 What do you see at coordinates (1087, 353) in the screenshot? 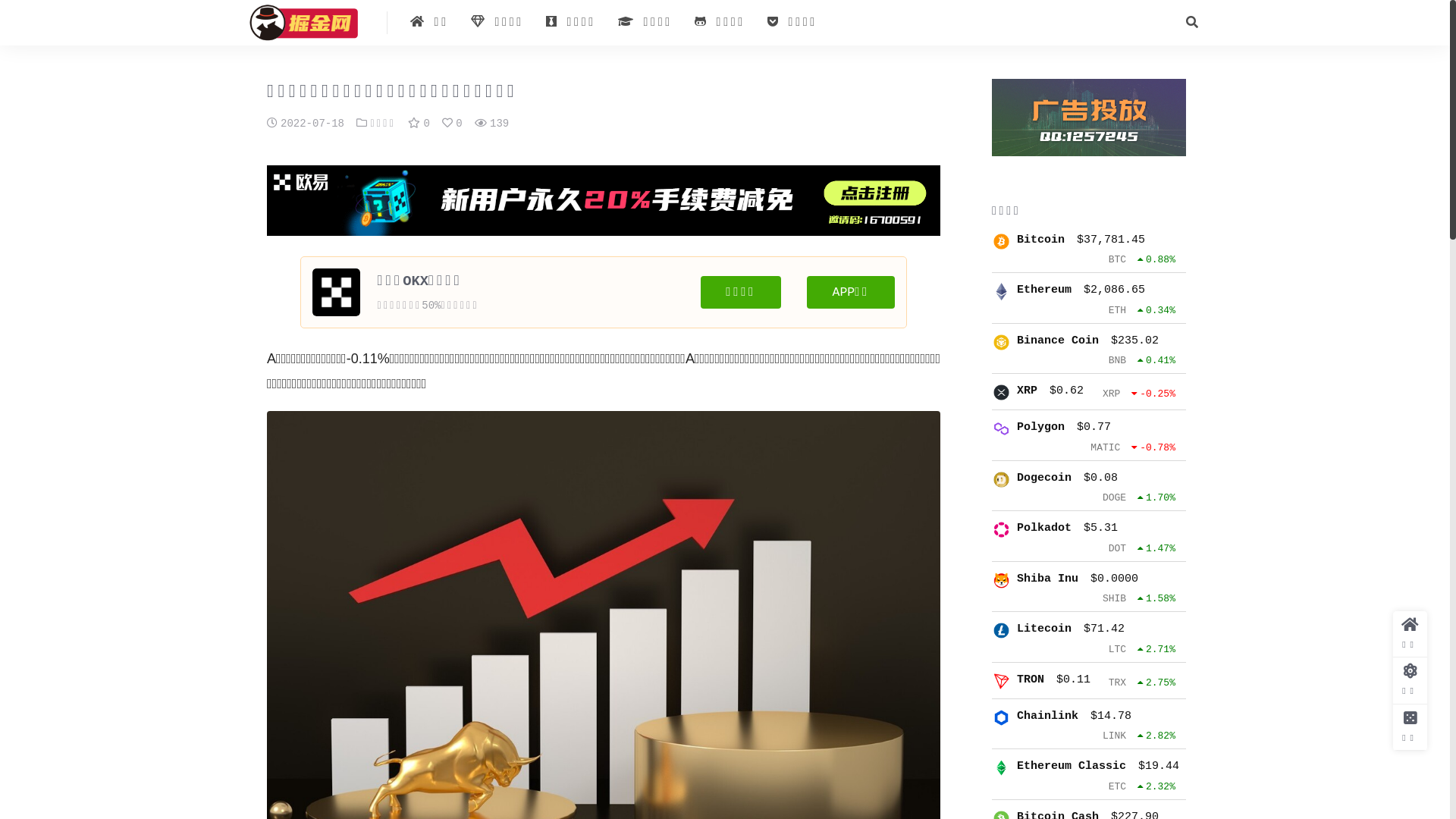
I see `'Binance Coin $235.02` at bounding box center [1087, 353].